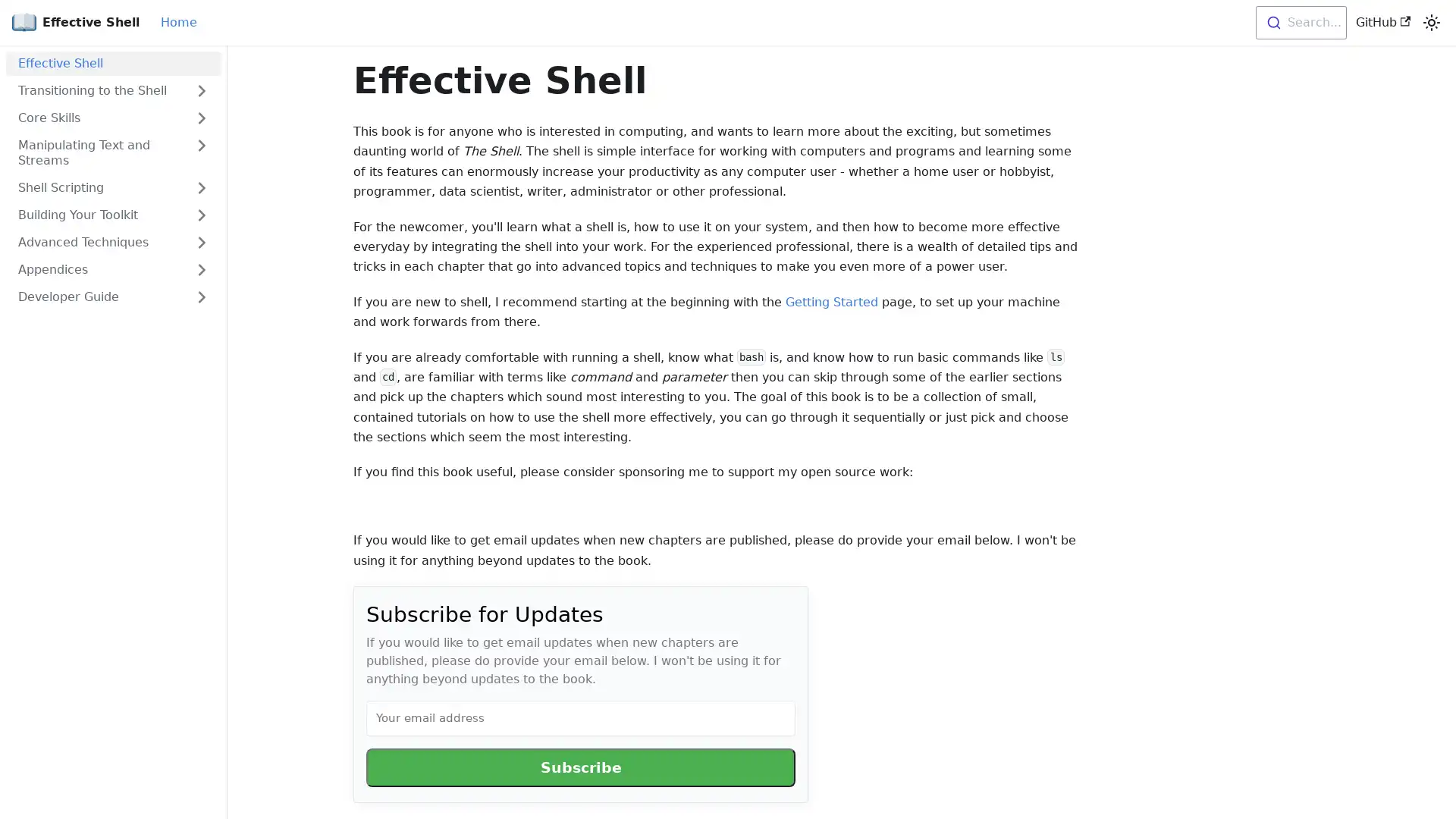 The image size is (1456, 819). I want to click on Subscribe, so click(580, 767).